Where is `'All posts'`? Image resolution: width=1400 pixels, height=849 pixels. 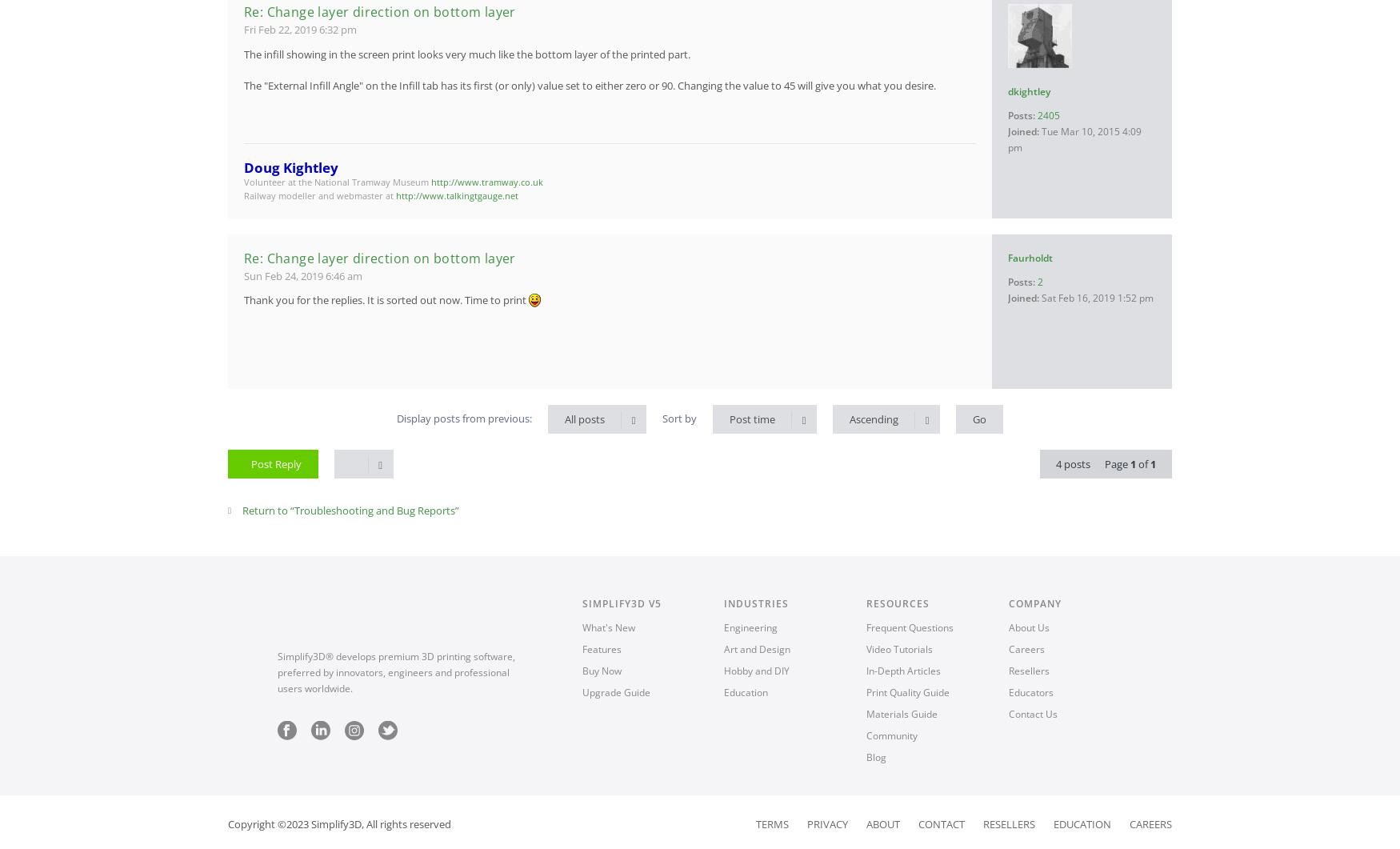 'All posts' is located at coordinates (584, 419).